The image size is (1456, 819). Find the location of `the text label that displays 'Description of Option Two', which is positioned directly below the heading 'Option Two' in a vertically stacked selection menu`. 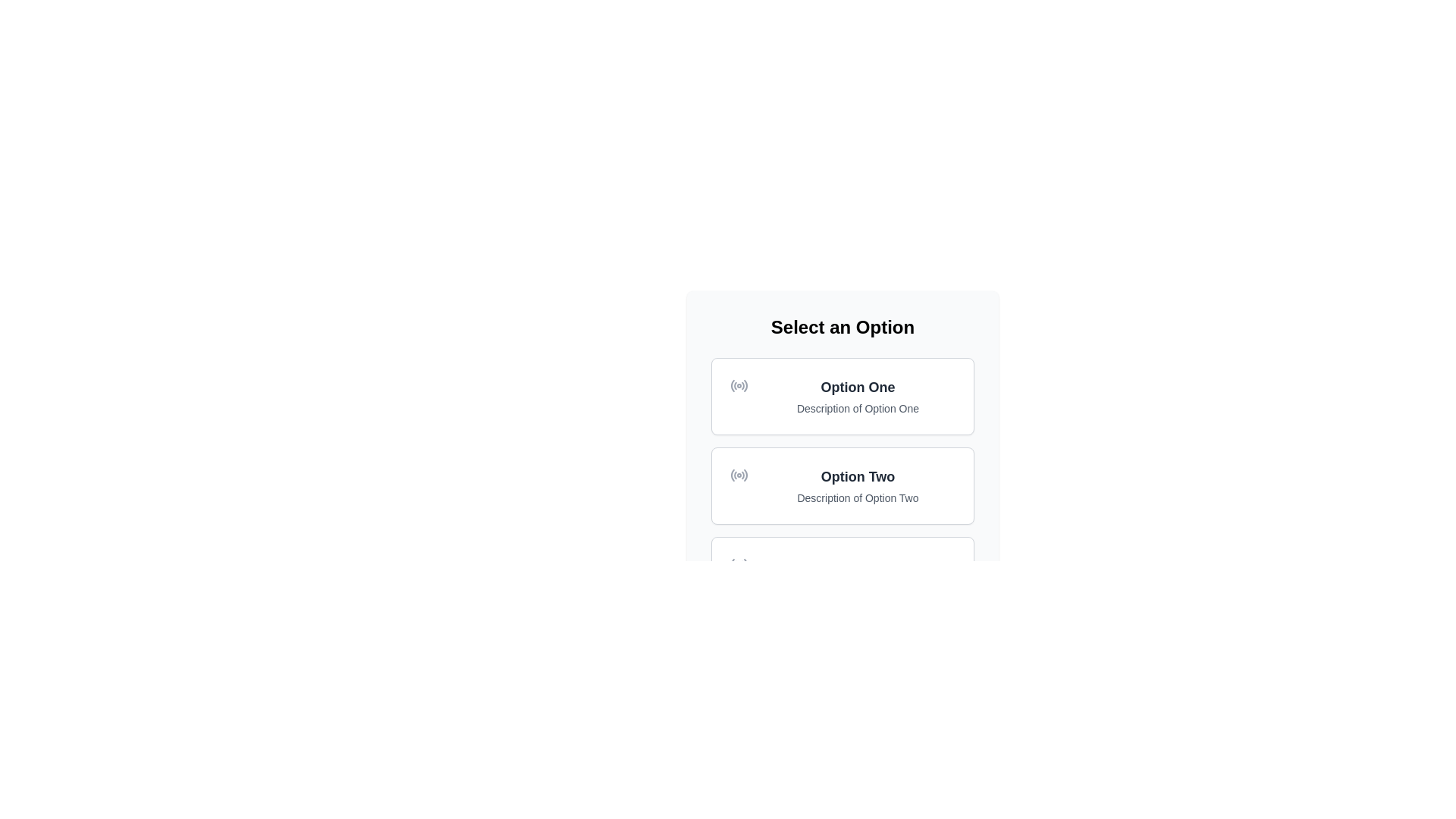

the text label that displays 'Description of Option Two', which is positioned directly below the heading 'Option Two' in a vertically stacked selection menu is located at coordinates (858, 497).